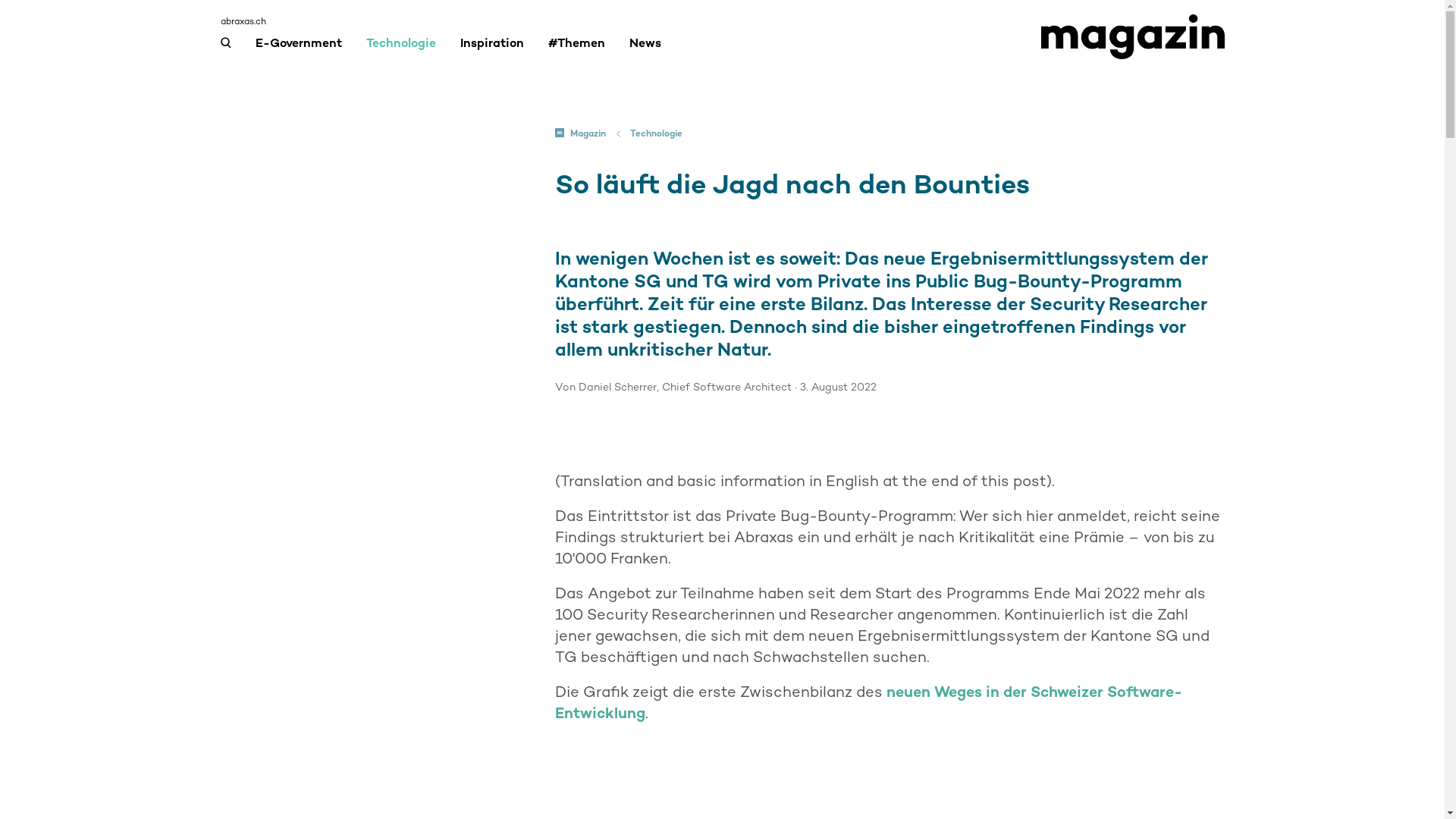  I want to click on '#Themen', so click(575, 49).